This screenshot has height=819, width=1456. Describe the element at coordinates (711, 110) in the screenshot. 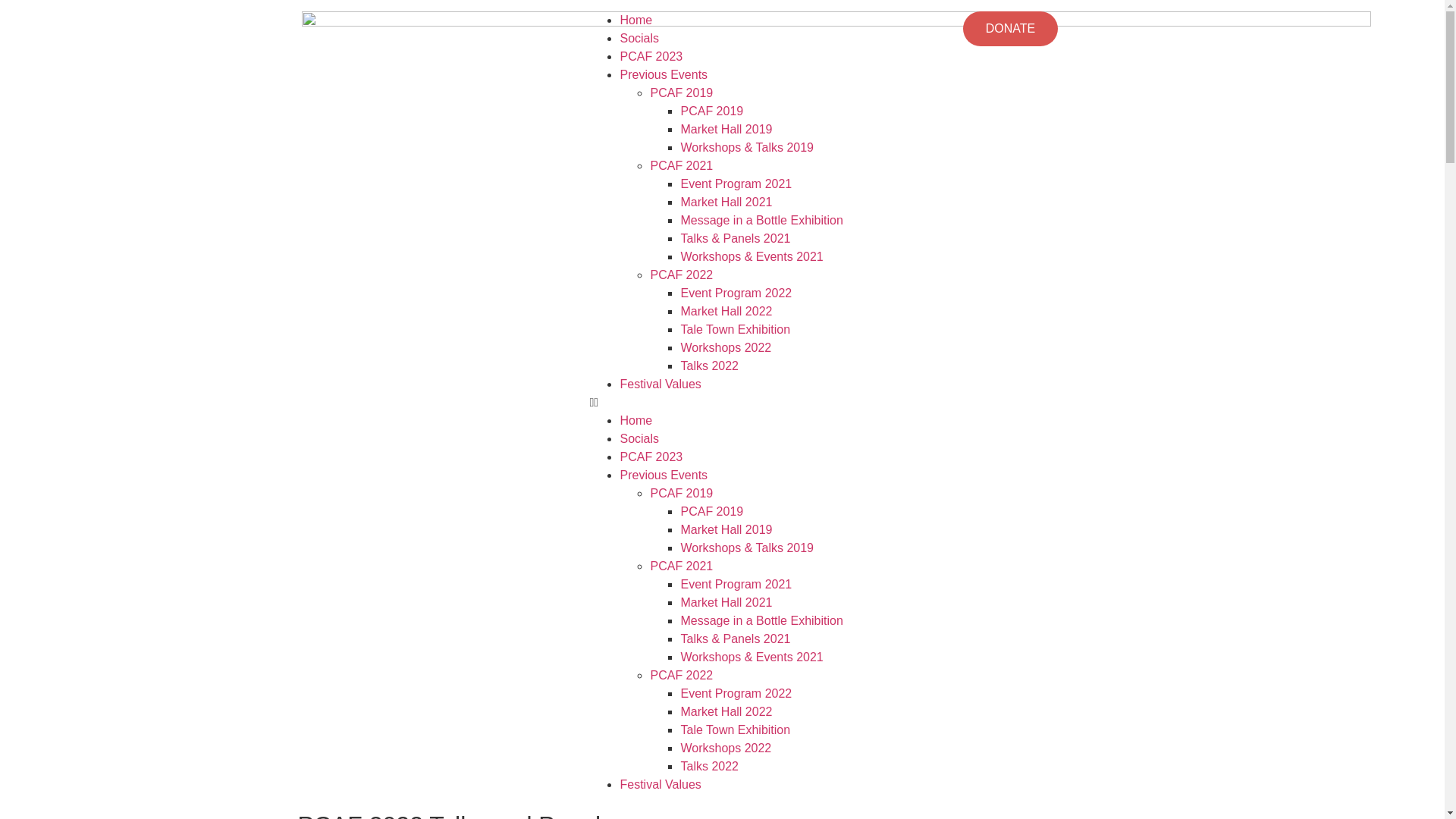

I see `'PCAF 2019'` at that location.